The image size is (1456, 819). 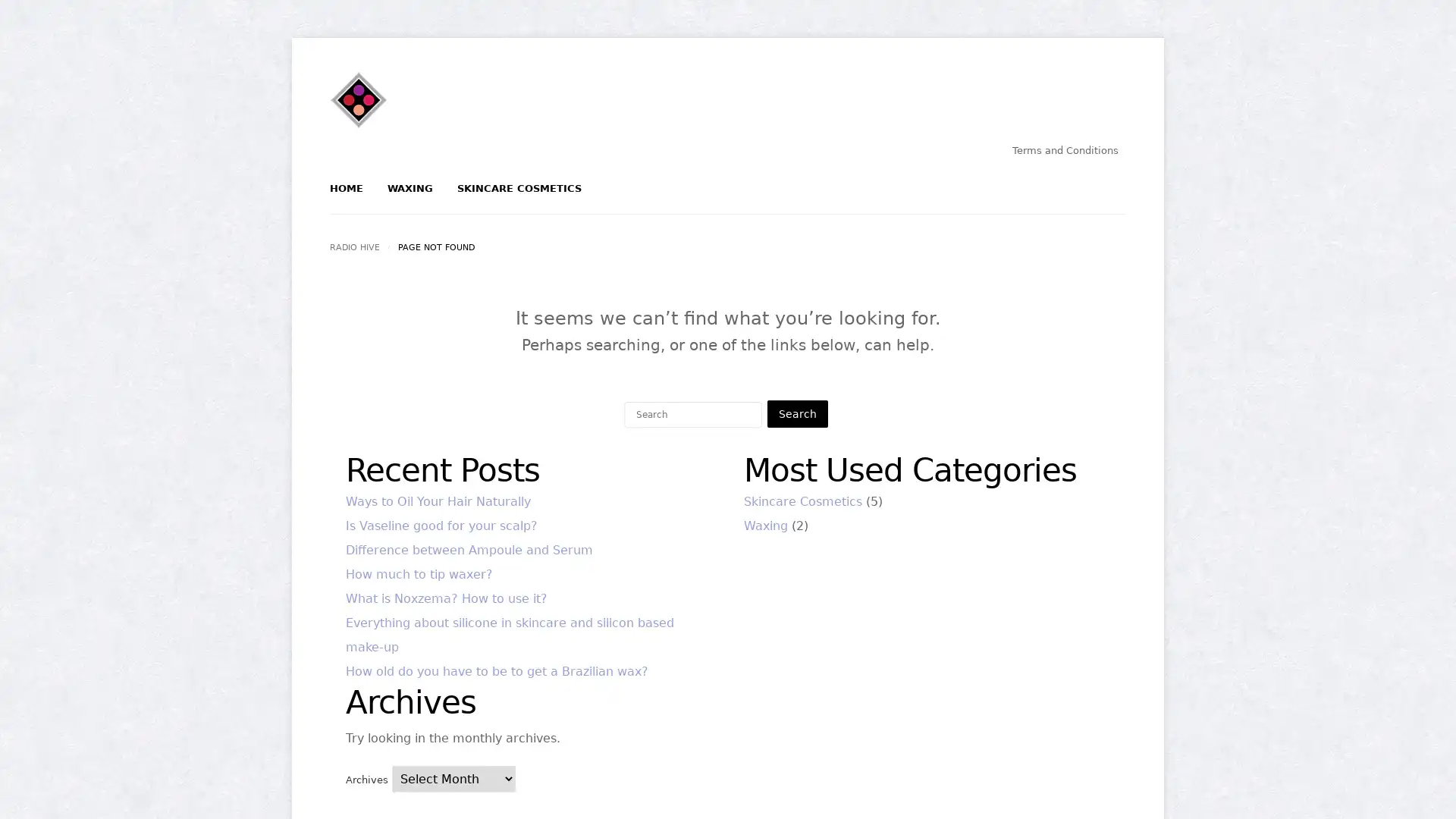 I want to click on Search, so click(x=796, y=414).